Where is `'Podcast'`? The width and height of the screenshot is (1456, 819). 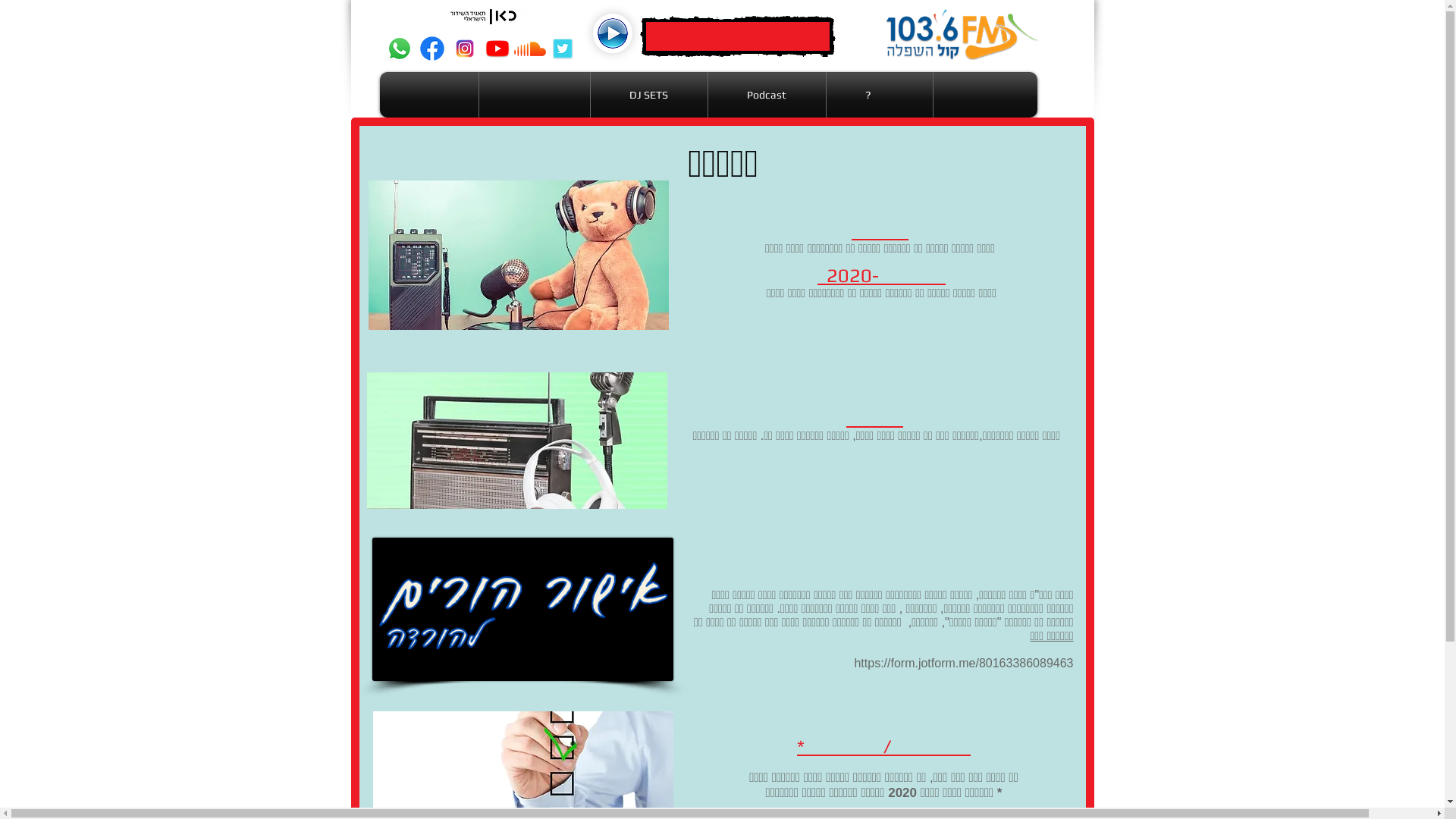
'Podcast' is located at coordinates (766, 94).